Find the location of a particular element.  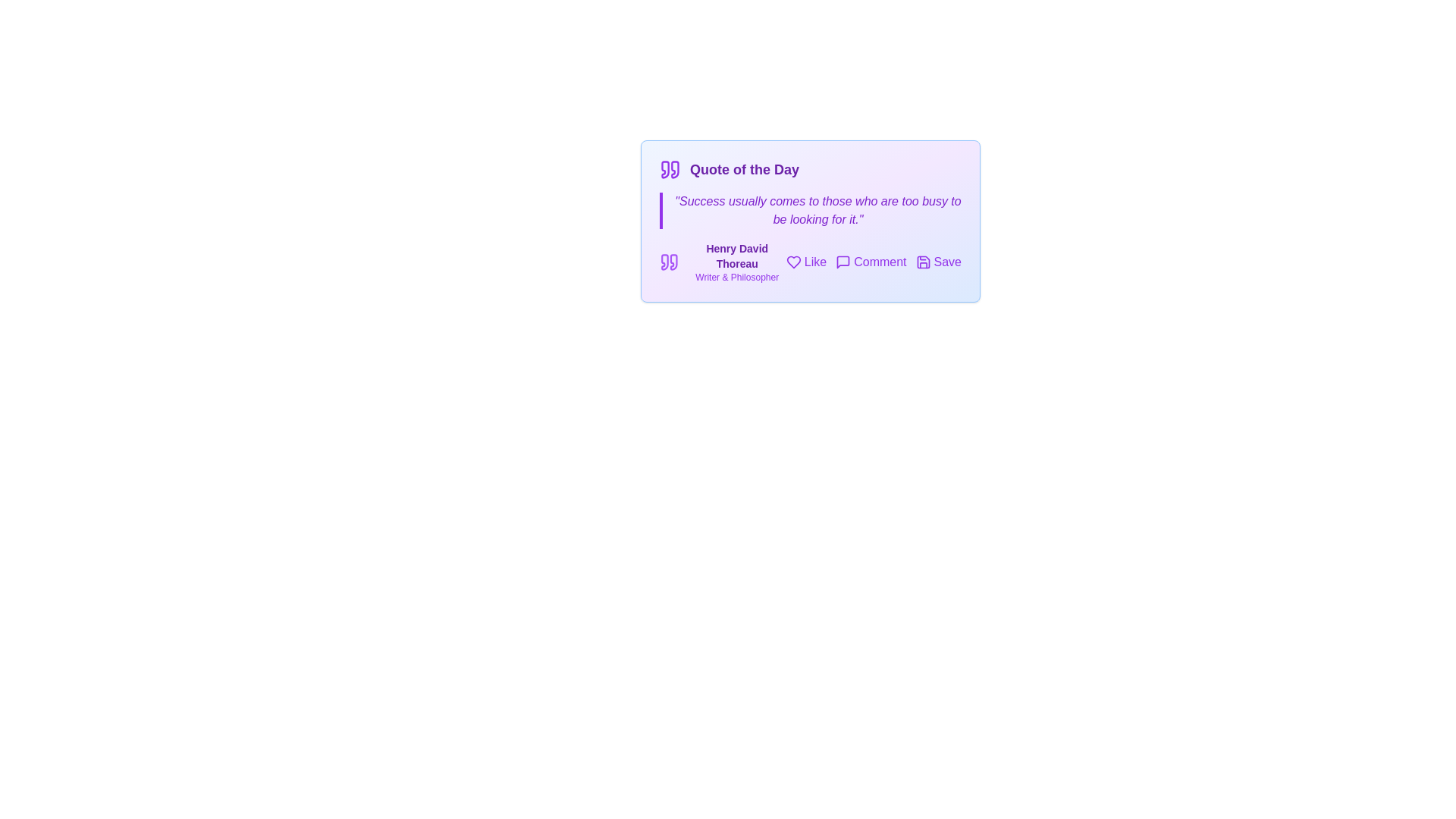

the comment icon, which is the first item in the horizontal arrangement is located at coordinates (843, 262).